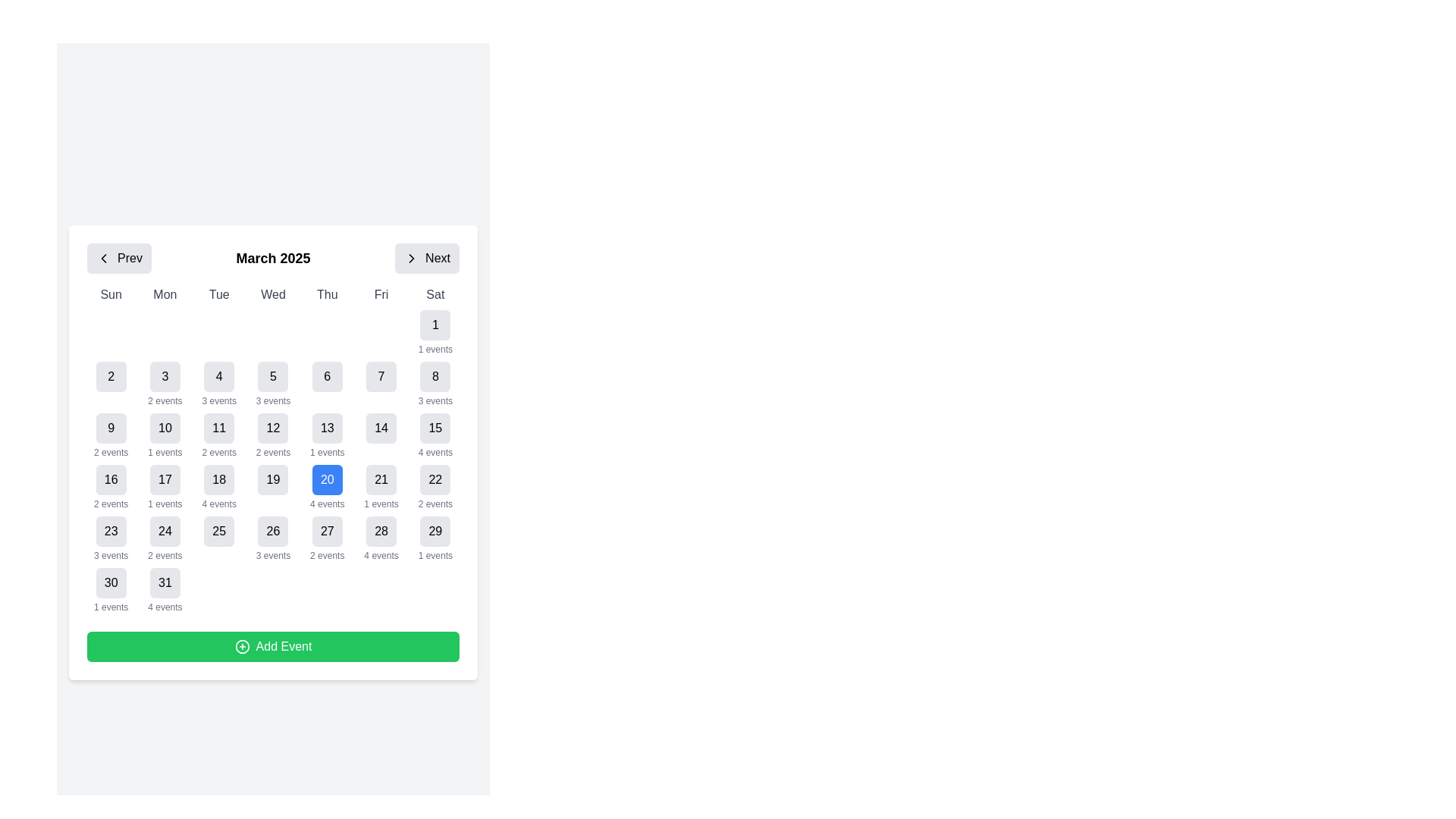  What do you see at coordinates (110, 435) in the screenshot?
I see `the calendar cell representing the 9th of the month, which displays the number '9' and '2 events' below it, located` at bounding box center [110, 435].